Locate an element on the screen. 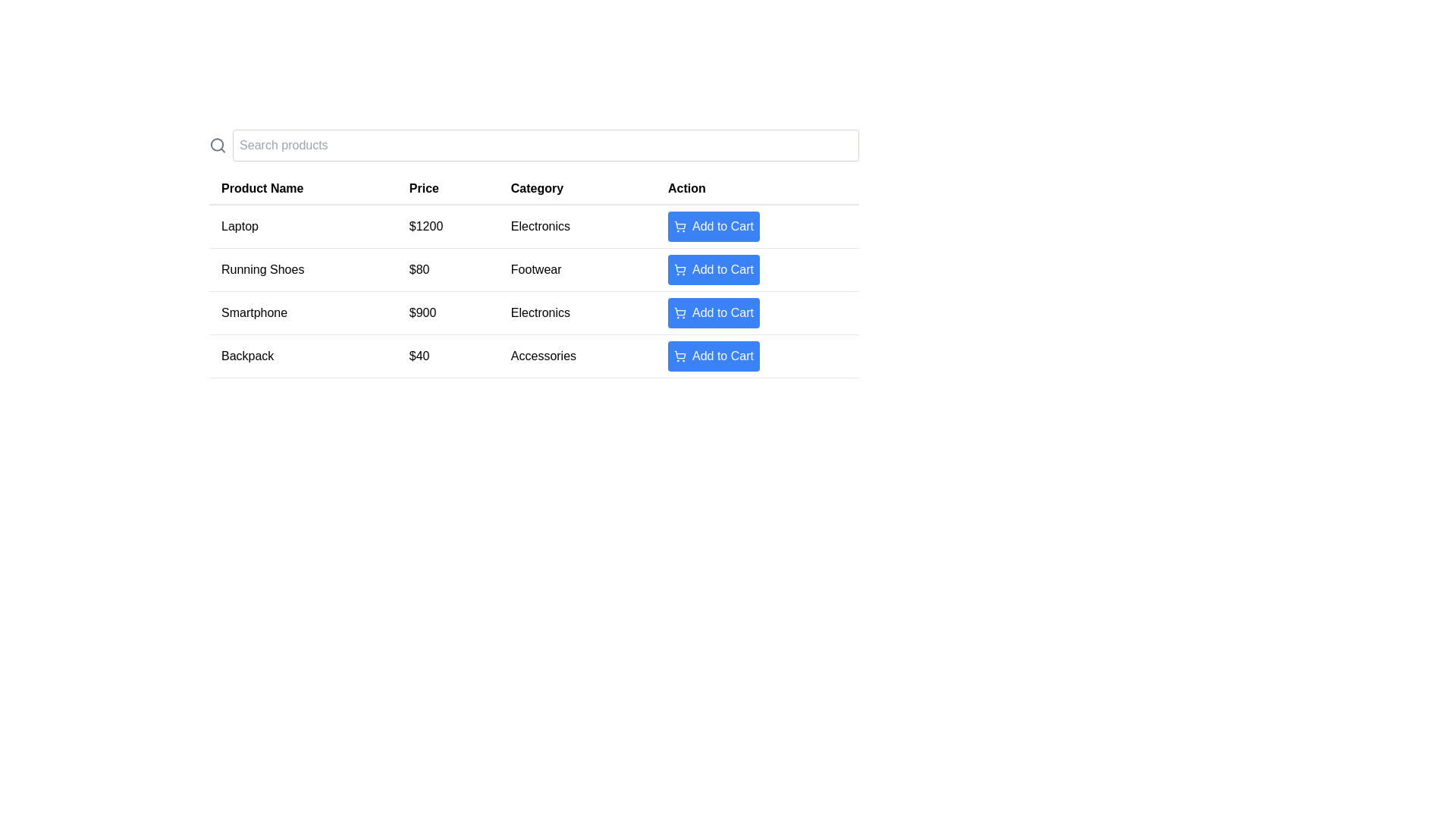 The height and width of the screenshot is (819, 1456). the 'Add to Cart' button for the product 'Laptop' in the first row of the table is located at coordinates (757, 225).